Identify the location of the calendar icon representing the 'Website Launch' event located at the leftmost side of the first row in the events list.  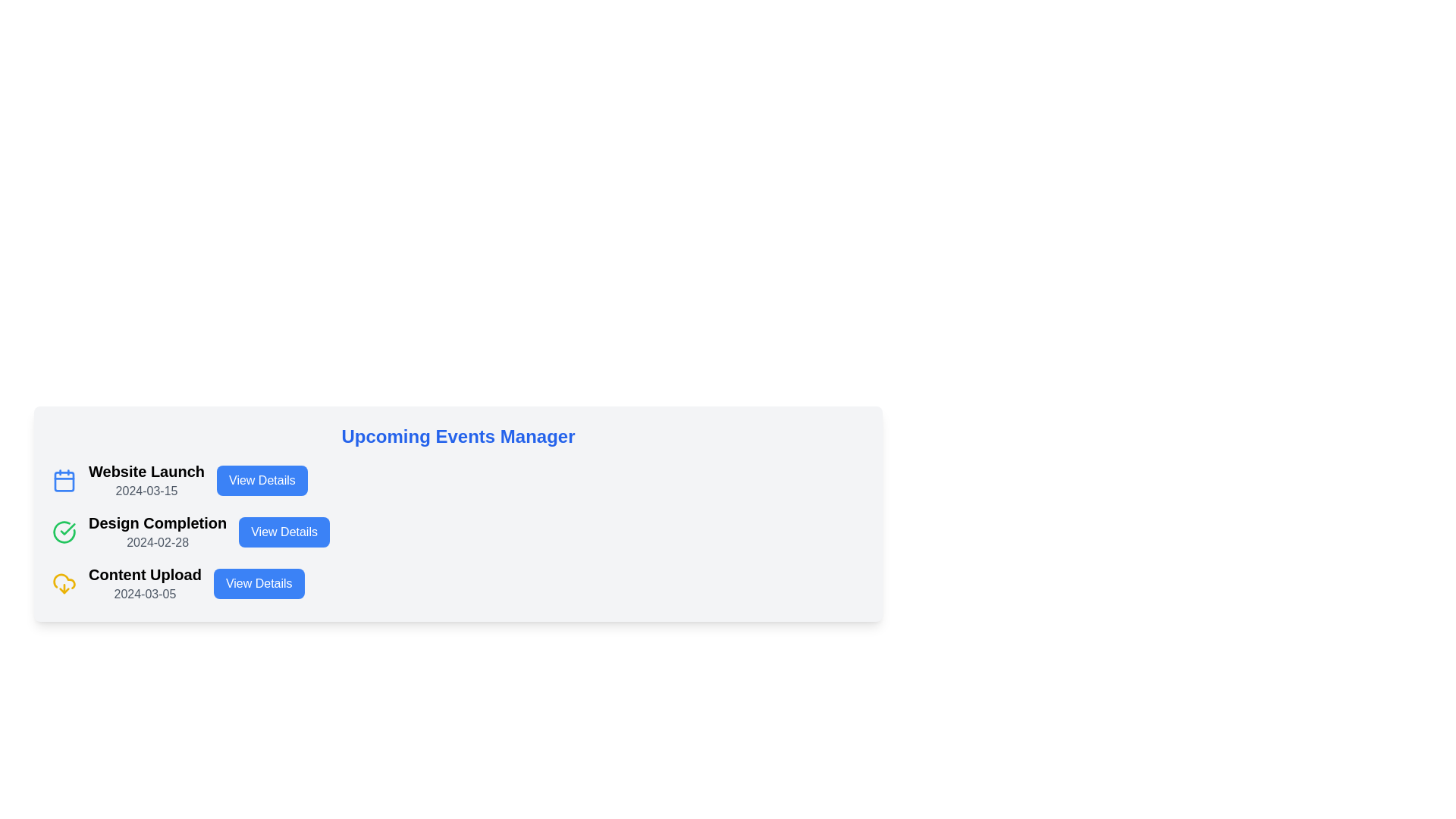
(64, 480).